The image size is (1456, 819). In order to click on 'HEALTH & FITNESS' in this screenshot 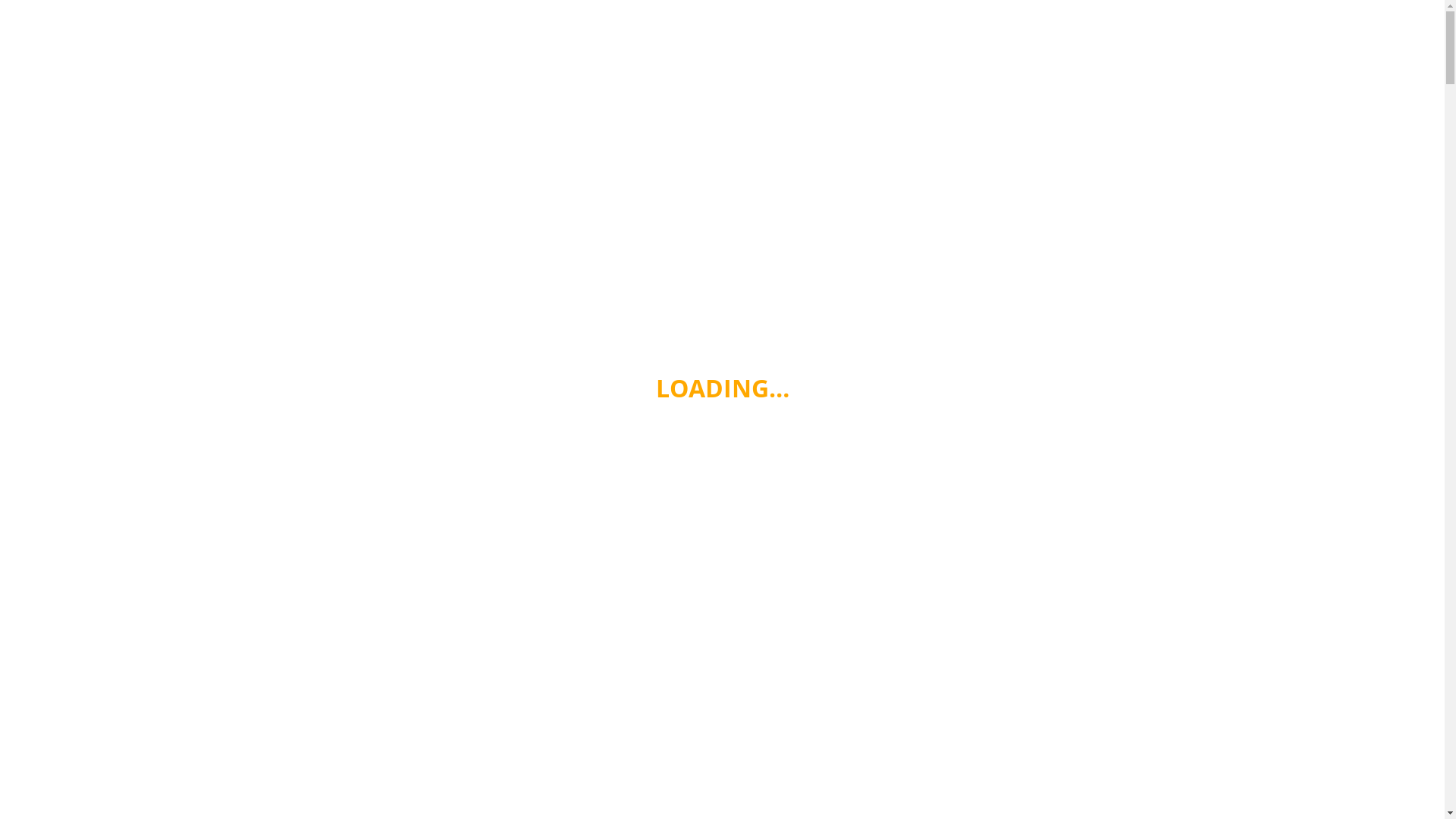, I will do `click(803, 20)`.